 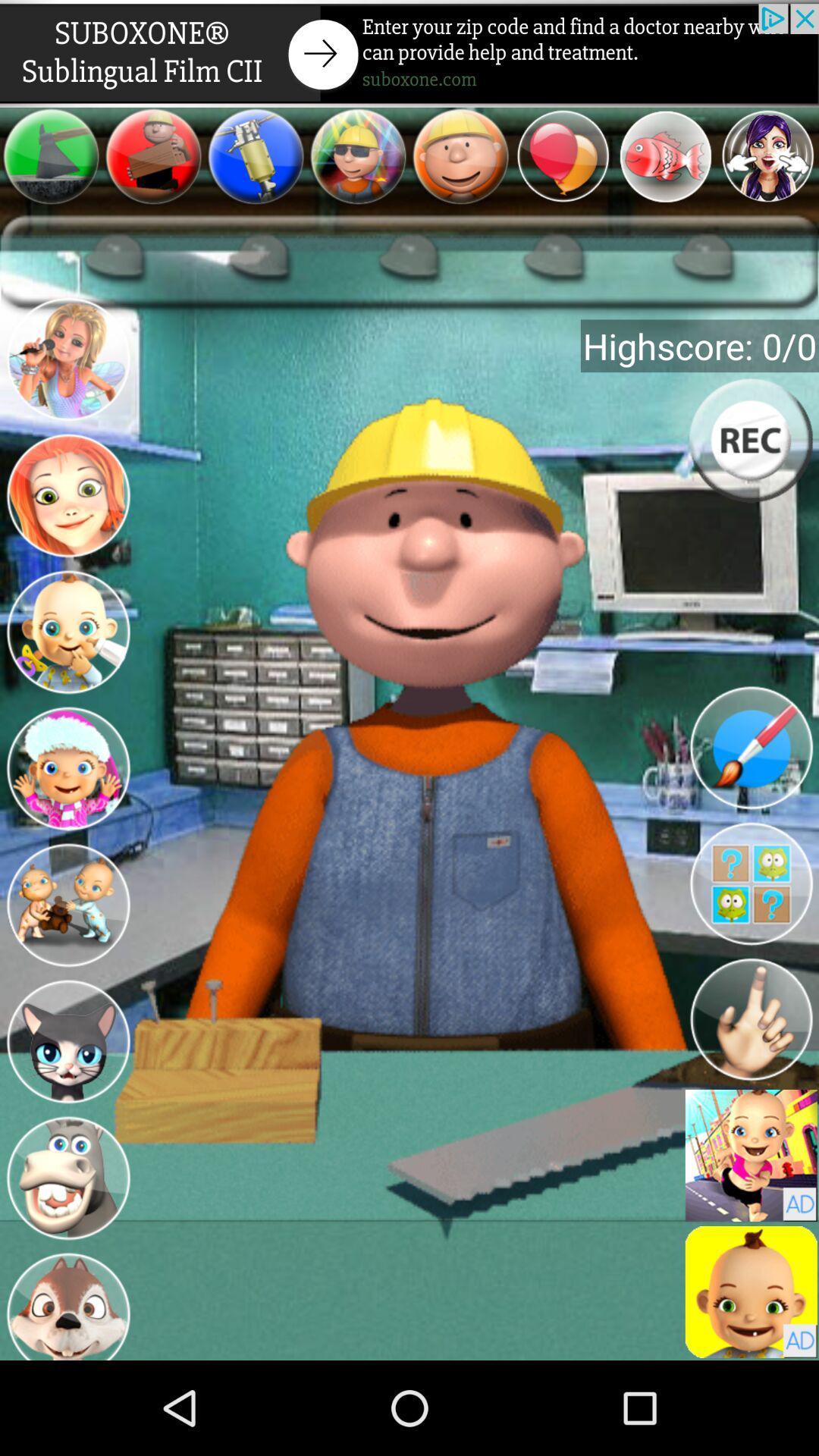 What do you see at coordinates (255, 167) in the screenshot?
I see `the avatar icon` at bounding box center [255, 167].